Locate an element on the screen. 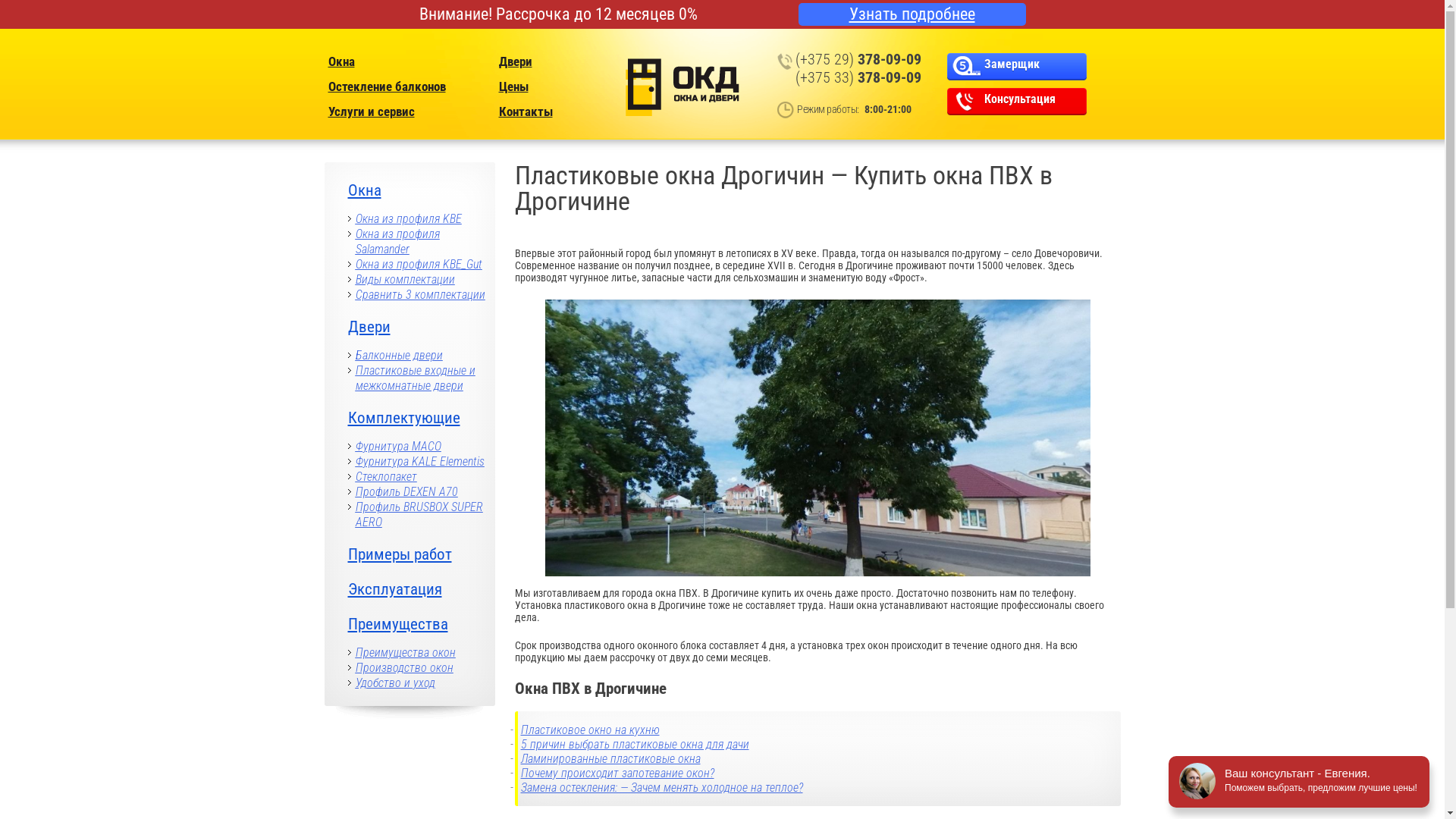 The height and width of the screenshot is (819, 1456). '(+375 29) 378-09-09' is located at coordinates (795, 58).